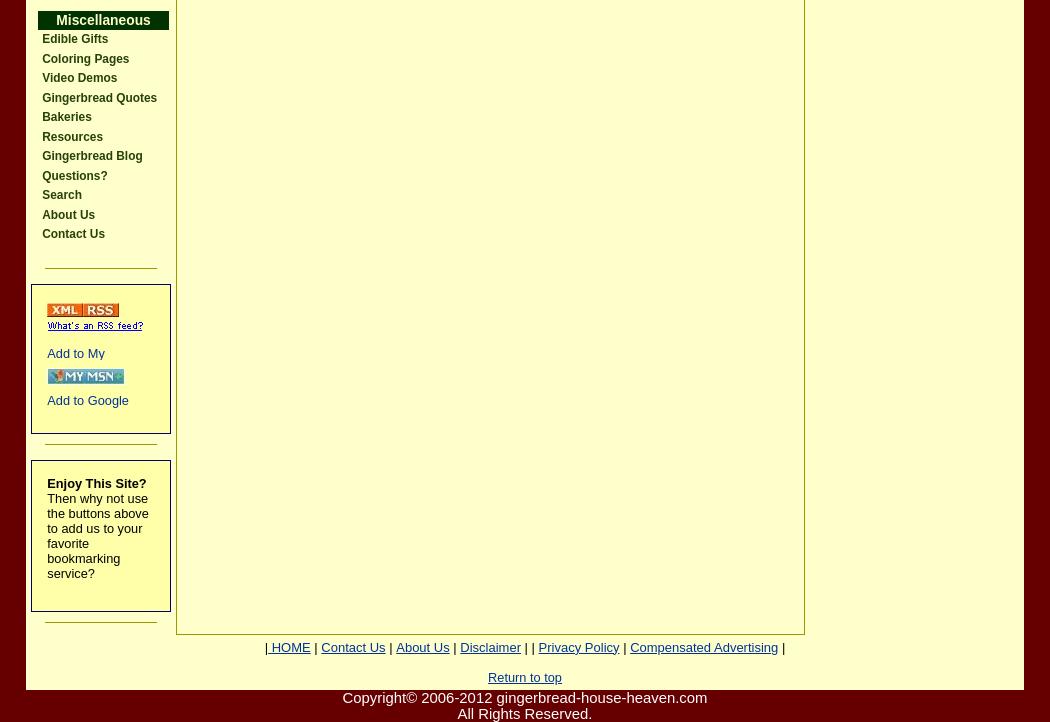 Image resolution: width=1050 pixels, height=722 pixels. What do you see at coordinates (73, 175) in the screenshot?
I see `'Questions?'` at bounding box center [73, 175].